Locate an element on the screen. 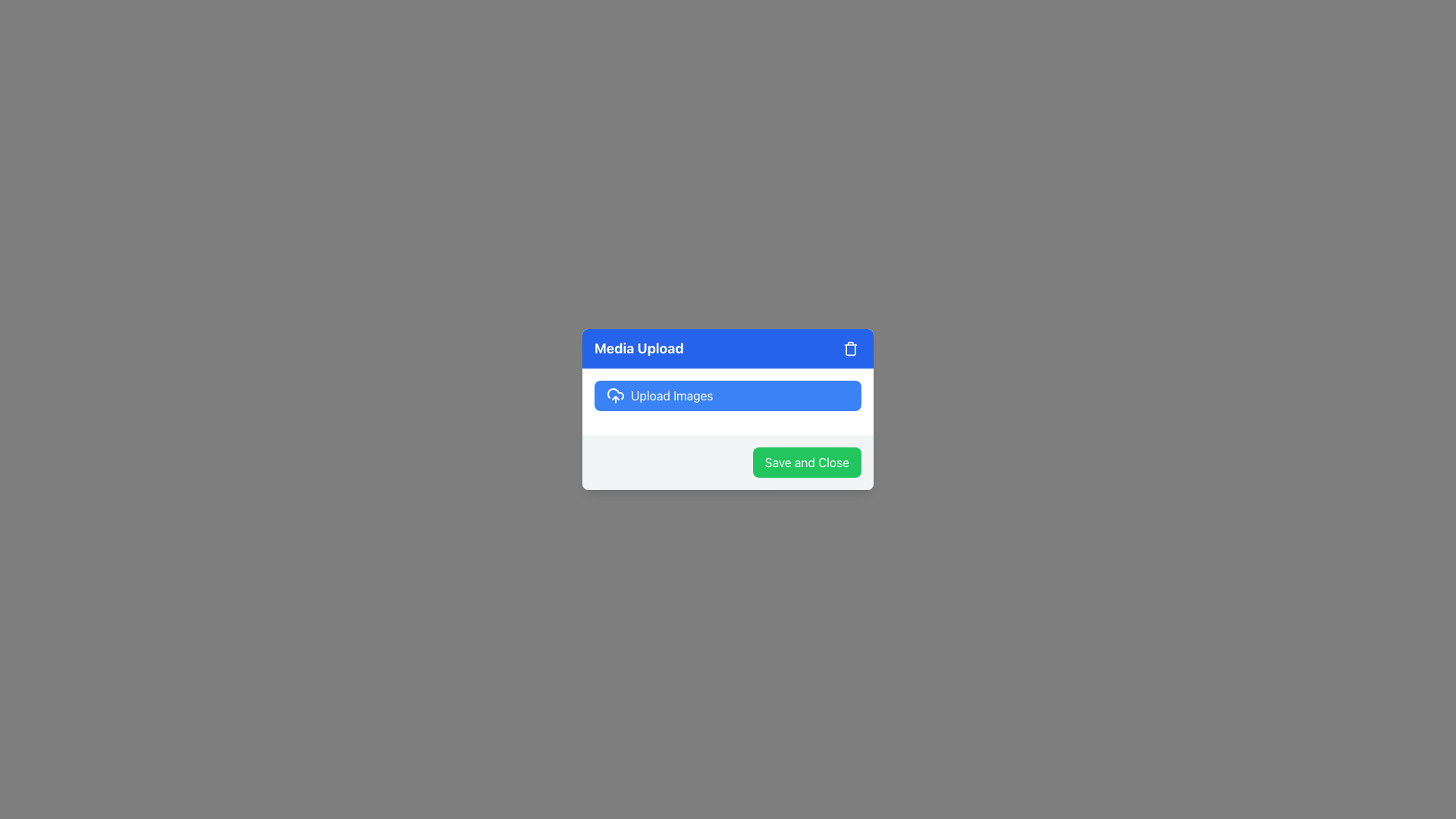 The image size is (1456, 819). the interactive buttons in the 'Media Upload' modal dialog, which includes the 'Upload Images' button and the 'Save and Close' button is located at coordinates (728, 409).